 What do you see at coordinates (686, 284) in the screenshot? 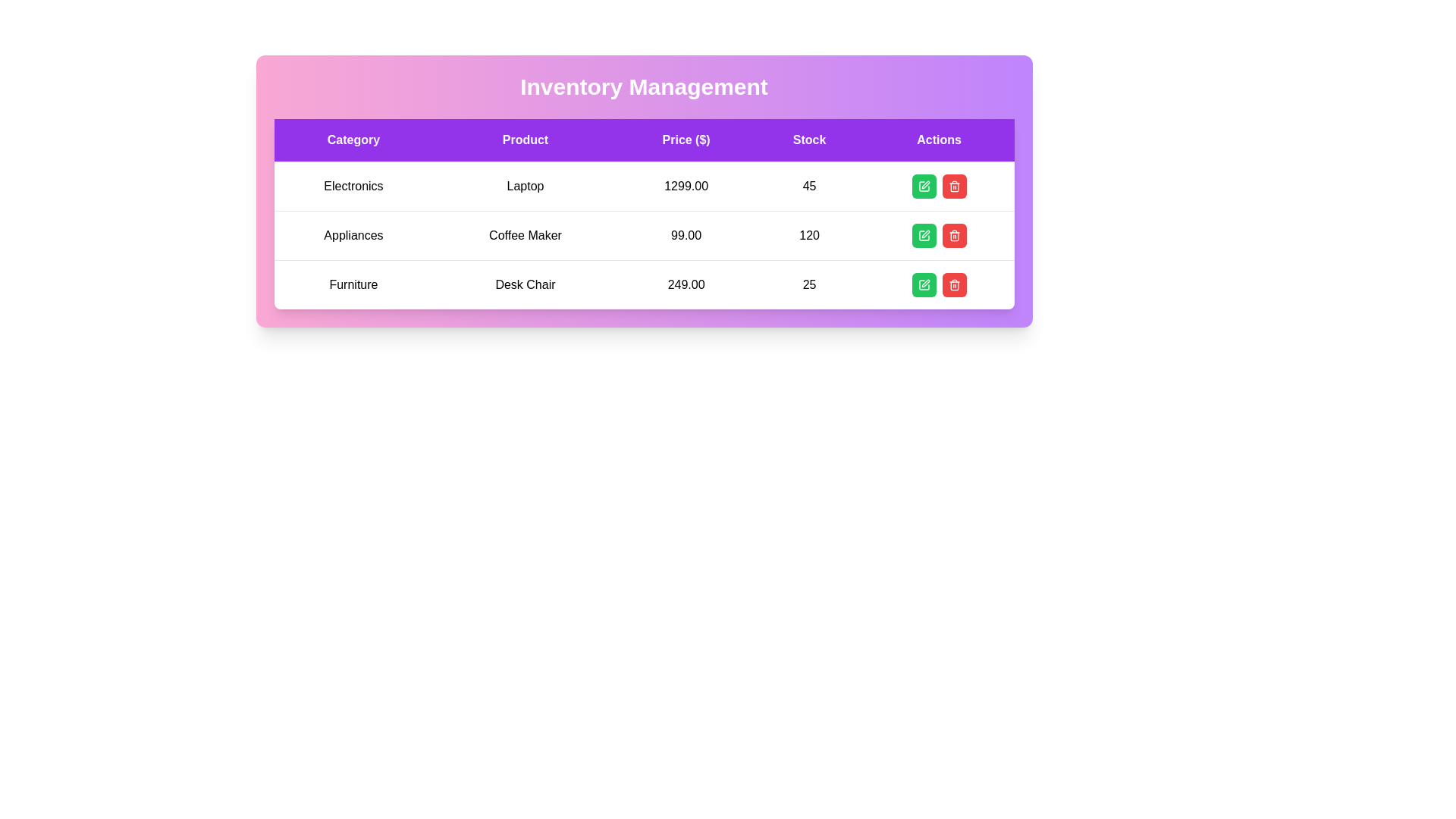
I see `the numeric text '249.00'` at bounding box center [686, 284].